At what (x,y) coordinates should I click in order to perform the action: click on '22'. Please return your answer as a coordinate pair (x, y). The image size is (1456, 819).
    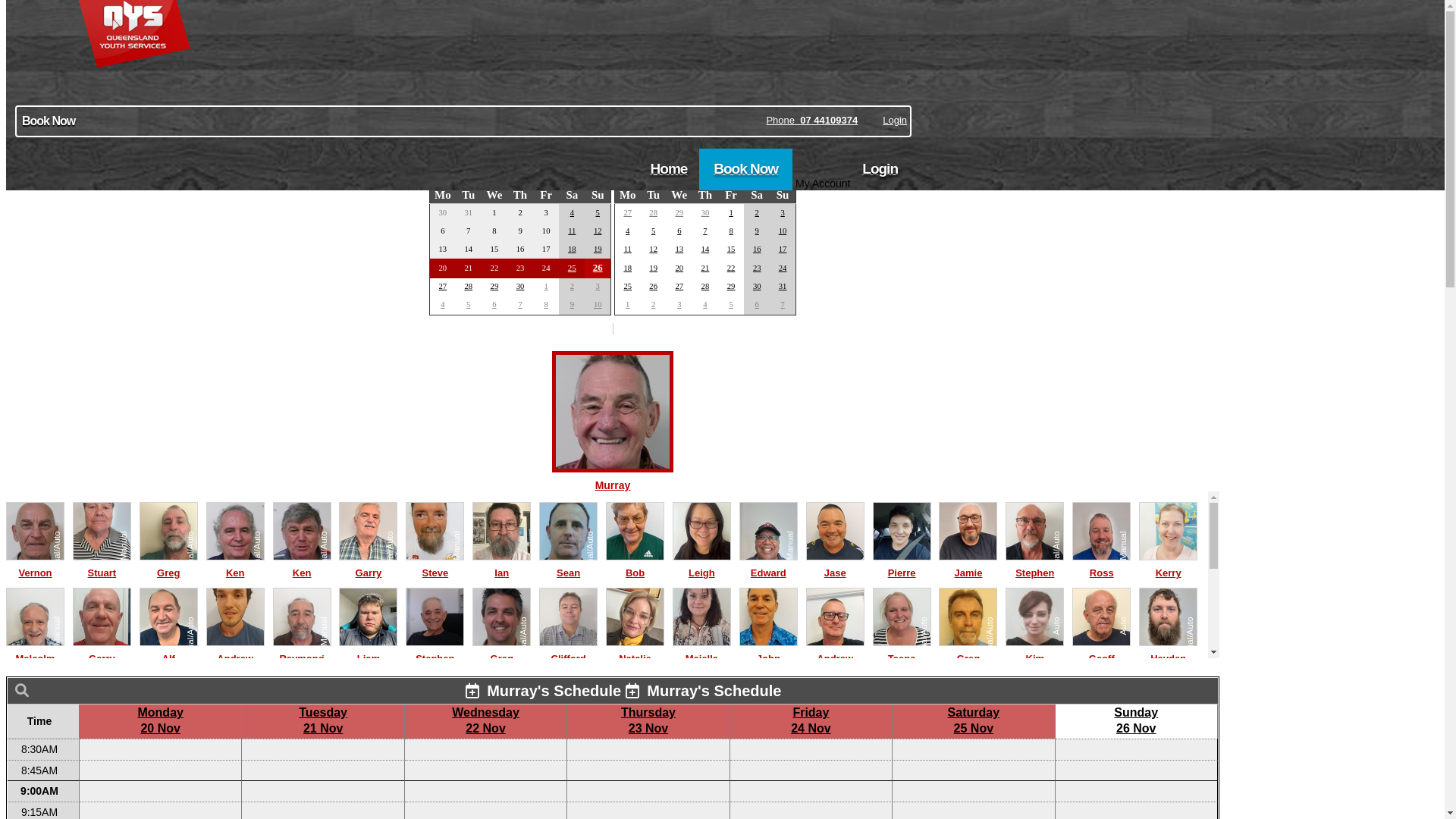
    Looking at the image, I should click on (731, 267).